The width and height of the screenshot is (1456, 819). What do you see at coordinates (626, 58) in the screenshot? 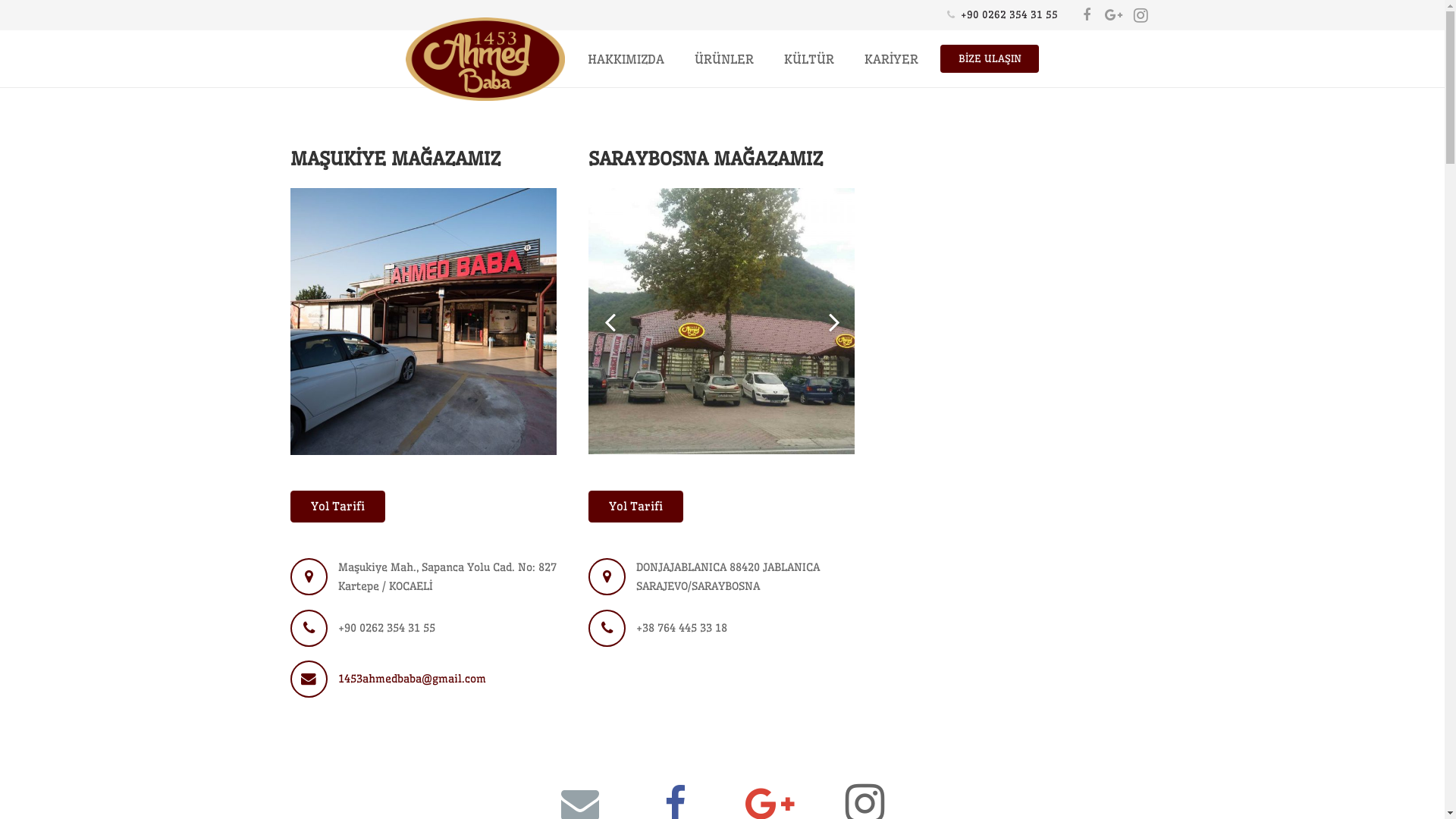
I see `'HAKKIMIZDA'` at bounding box center [626, 58].